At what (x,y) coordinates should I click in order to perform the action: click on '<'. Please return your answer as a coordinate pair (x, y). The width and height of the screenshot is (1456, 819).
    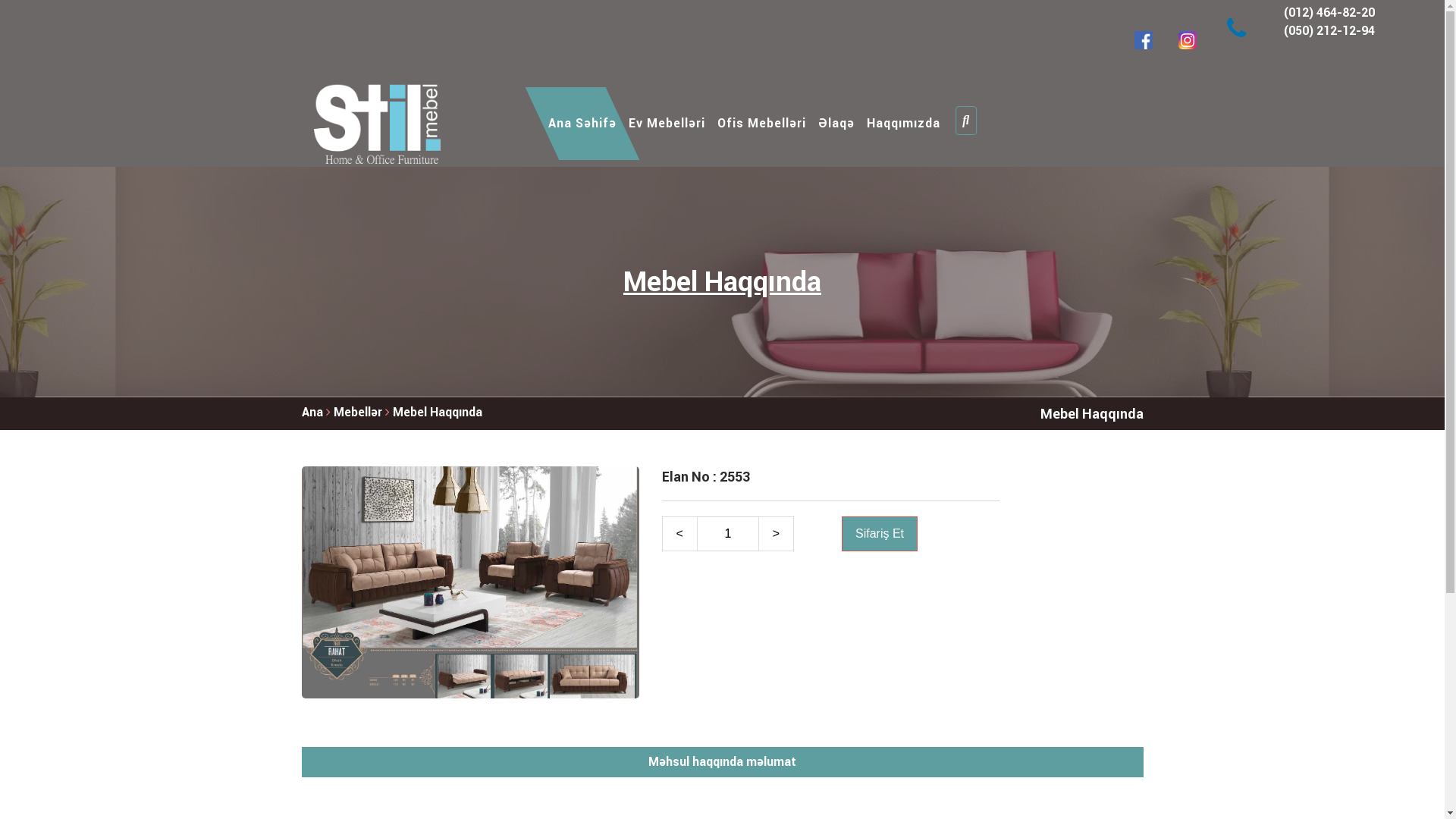
    Looking at the image, I should click on (678, 533).